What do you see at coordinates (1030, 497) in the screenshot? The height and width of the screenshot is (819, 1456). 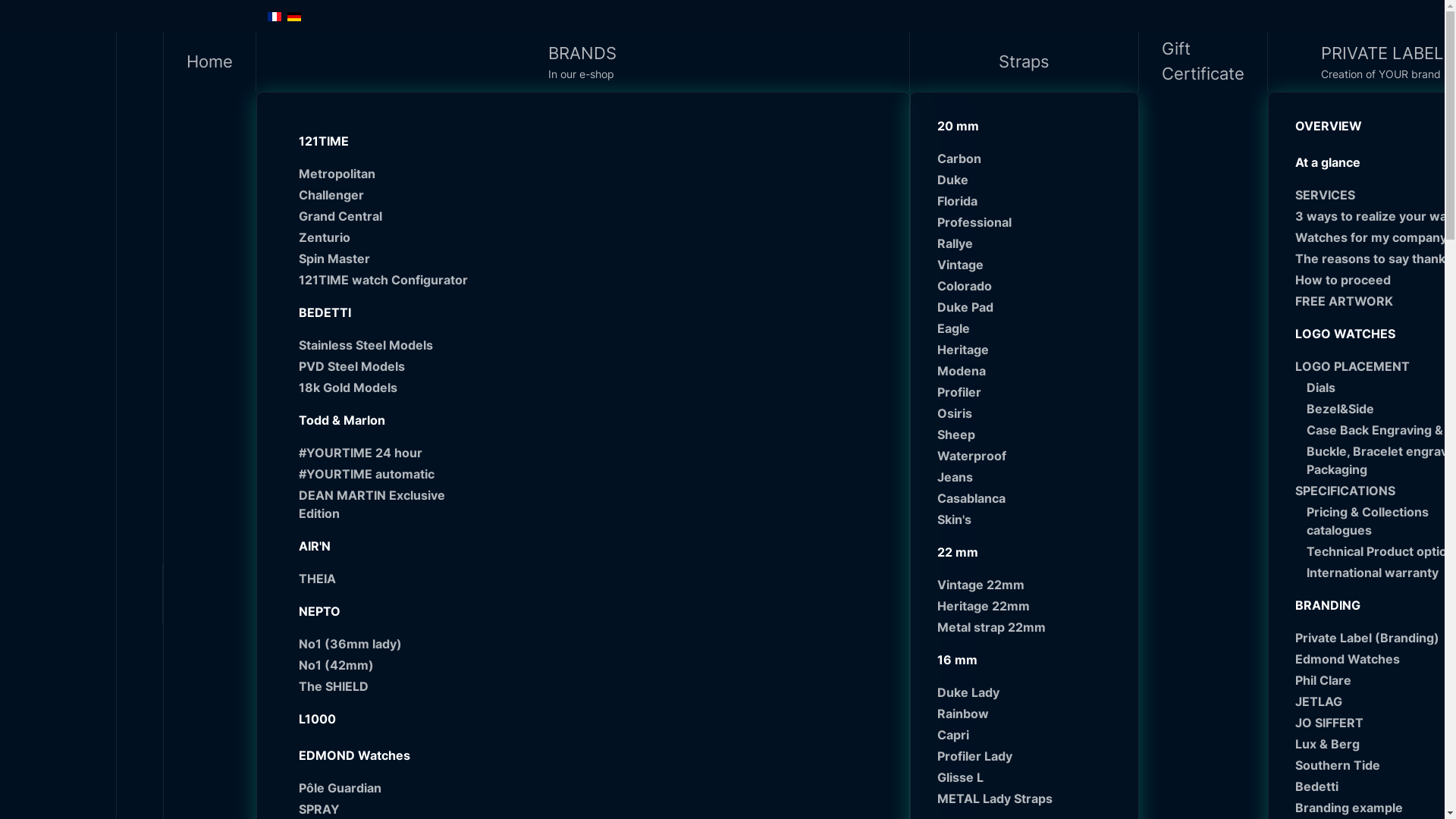 I see `'Casablanca'` at bounding box center [1030, 497].